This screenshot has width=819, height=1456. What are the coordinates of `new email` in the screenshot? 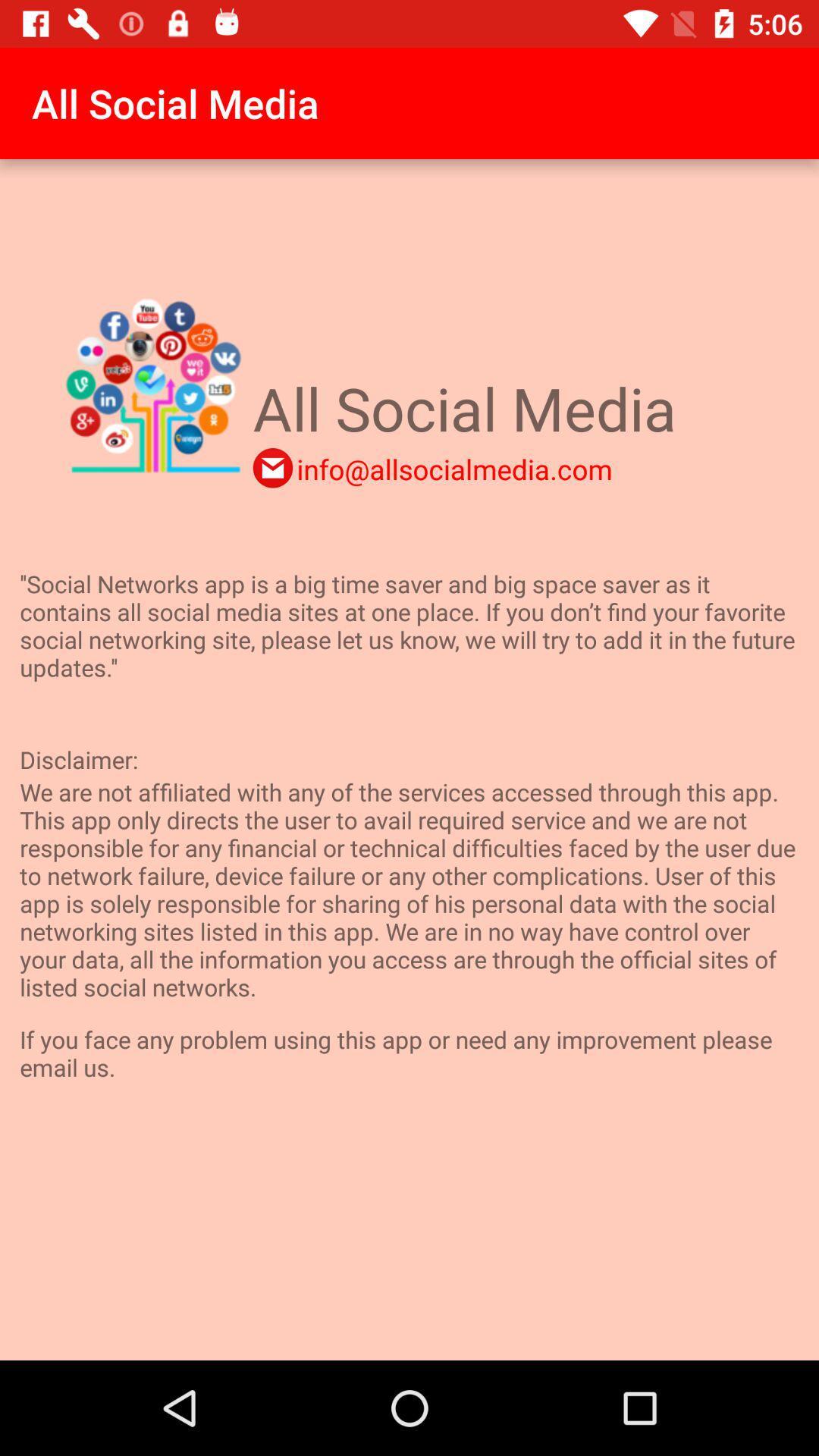 It's located at (271, 467).